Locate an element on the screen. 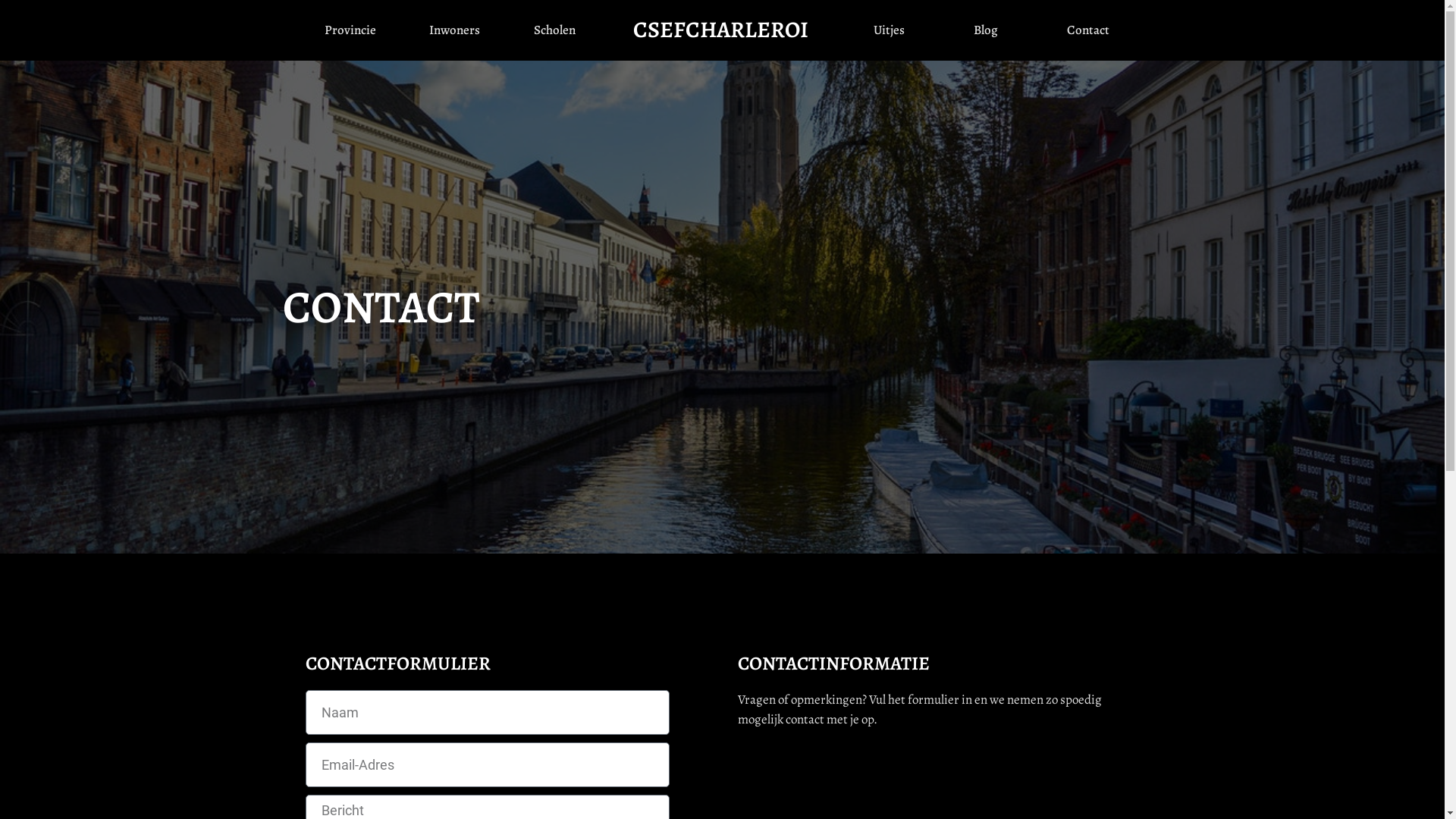  'Inwoners' is located at coordinates (454, 30).